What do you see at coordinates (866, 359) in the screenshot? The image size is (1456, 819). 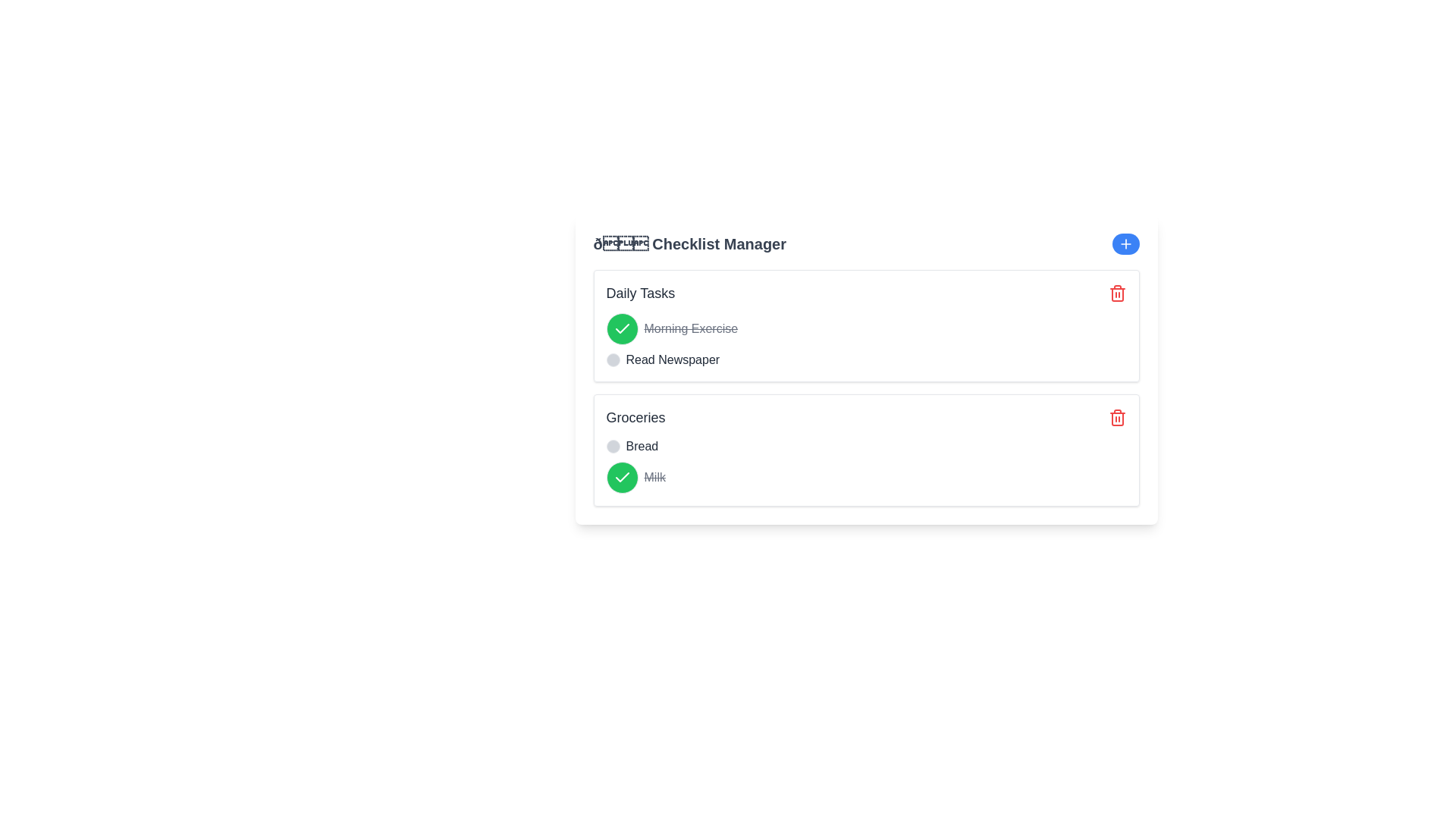 I see `the second unselected task in the Daily Tasks checklist` at bounding box center [866, 359].